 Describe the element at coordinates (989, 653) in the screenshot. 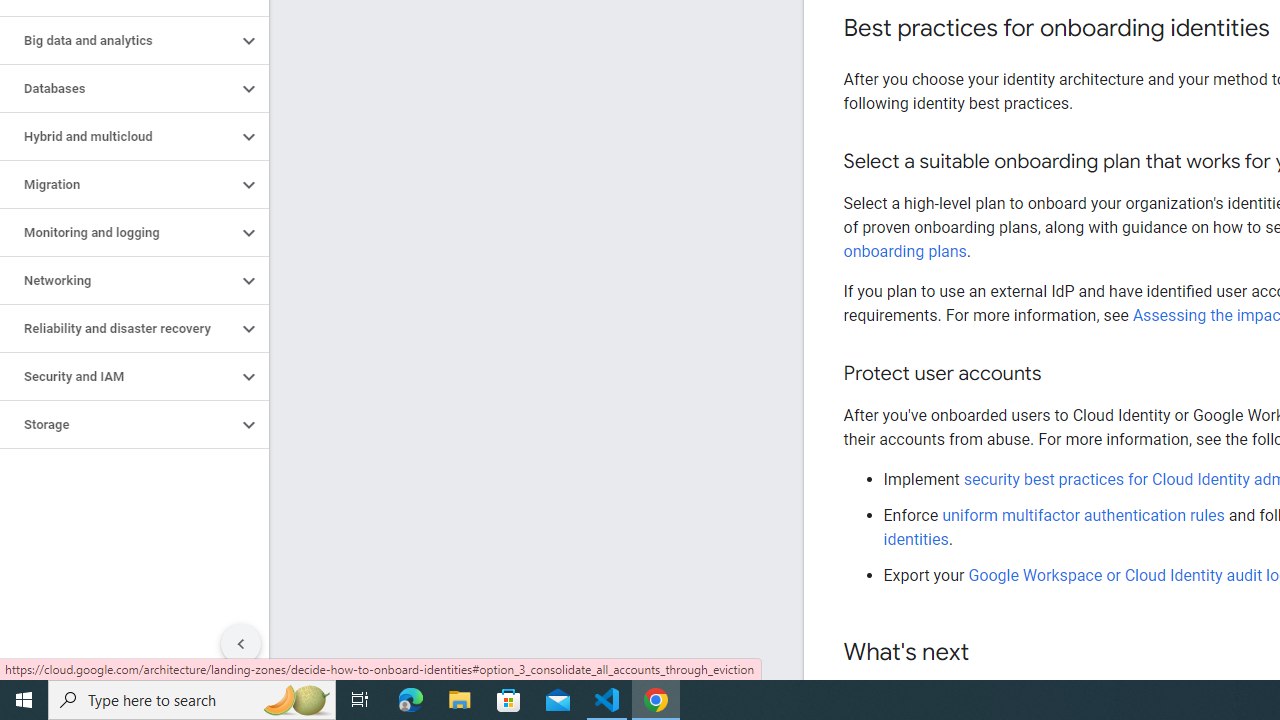

I see `'Copy link to this section: What'` at that location.